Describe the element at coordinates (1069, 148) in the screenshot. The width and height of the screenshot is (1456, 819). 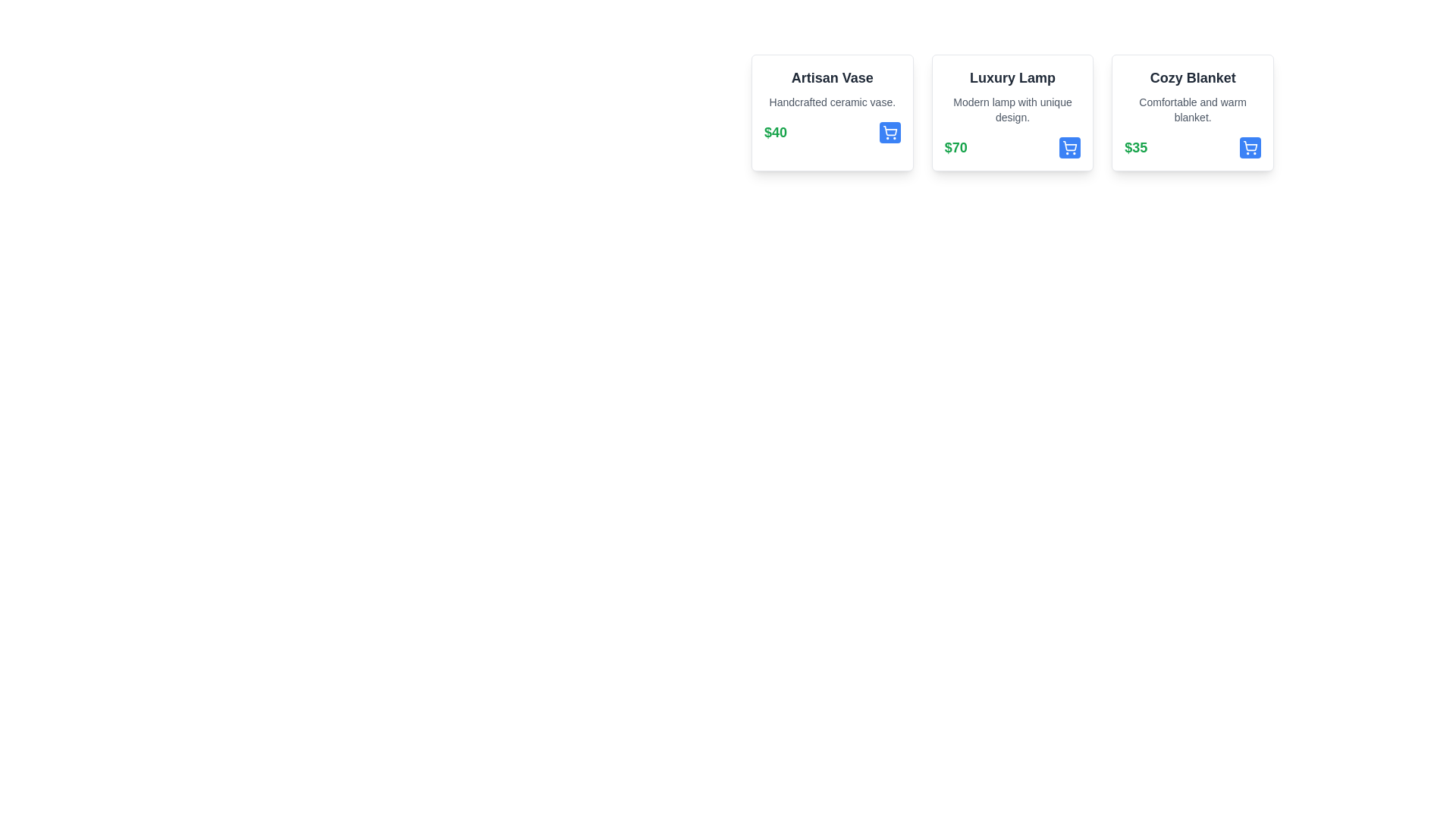
I see `the interactive button that allows users to add the 'Luxury Lamp' to their shopping cart` at that location.